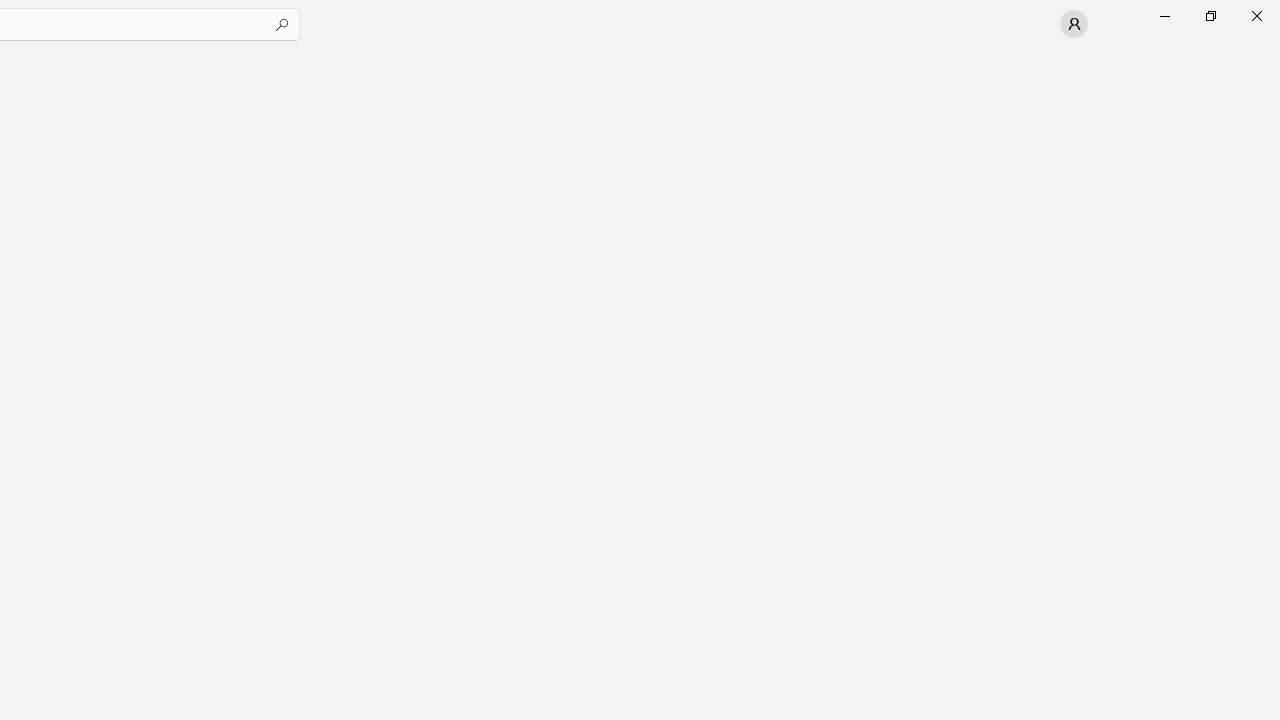 The height and width of the screenshot is (720, 1280). Describe the element at coordinates (1209, 15) in the screenshot. I see `'Restore Microsoft Store'` at that location.